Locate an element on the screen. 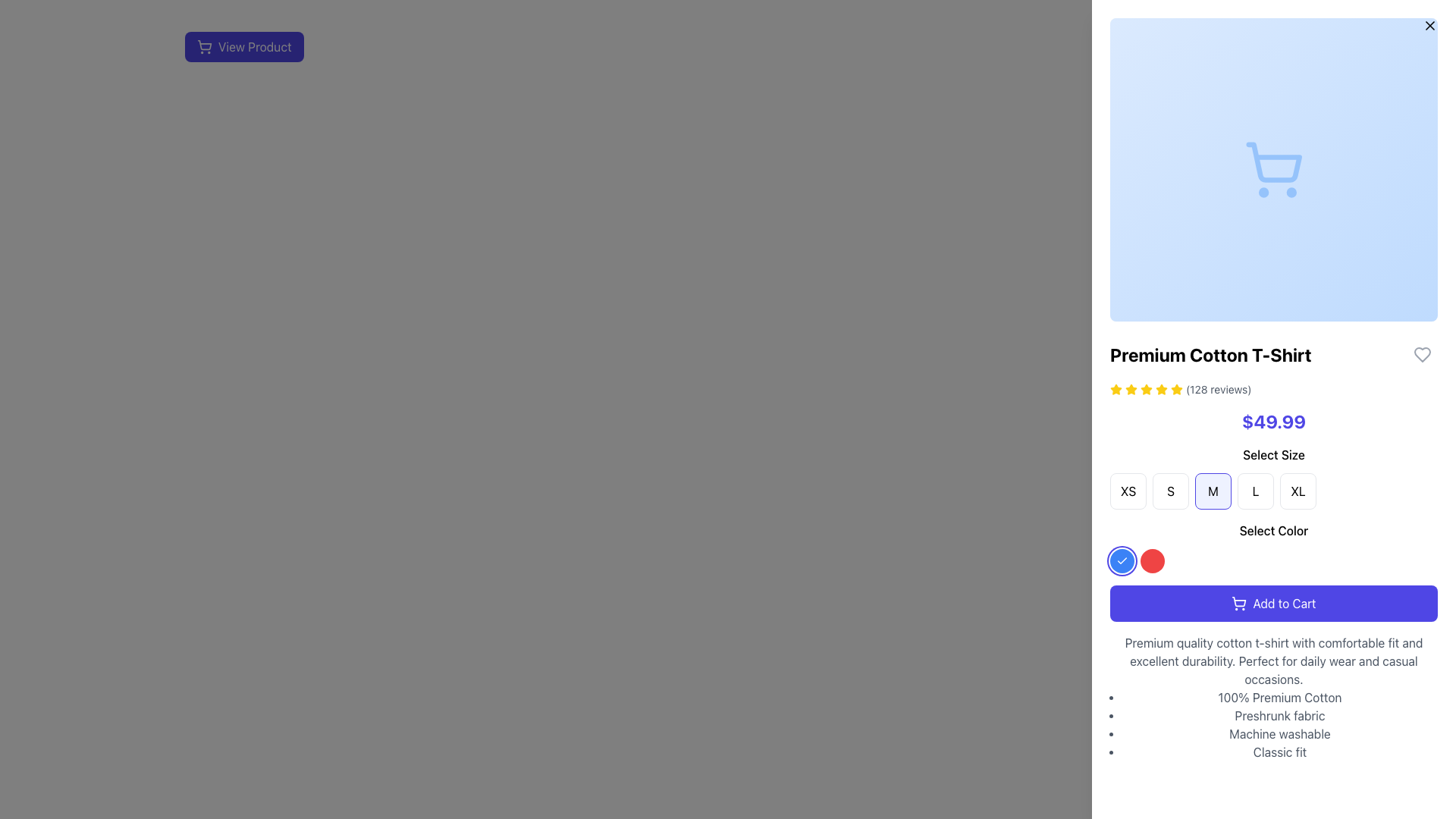 This screenshot has width=1456, height=819. the text label displaying '(128 reviews)' to trigger a tooltip, located immediately to the right of the five yellow star icons is located at coordinates (1219, 388).